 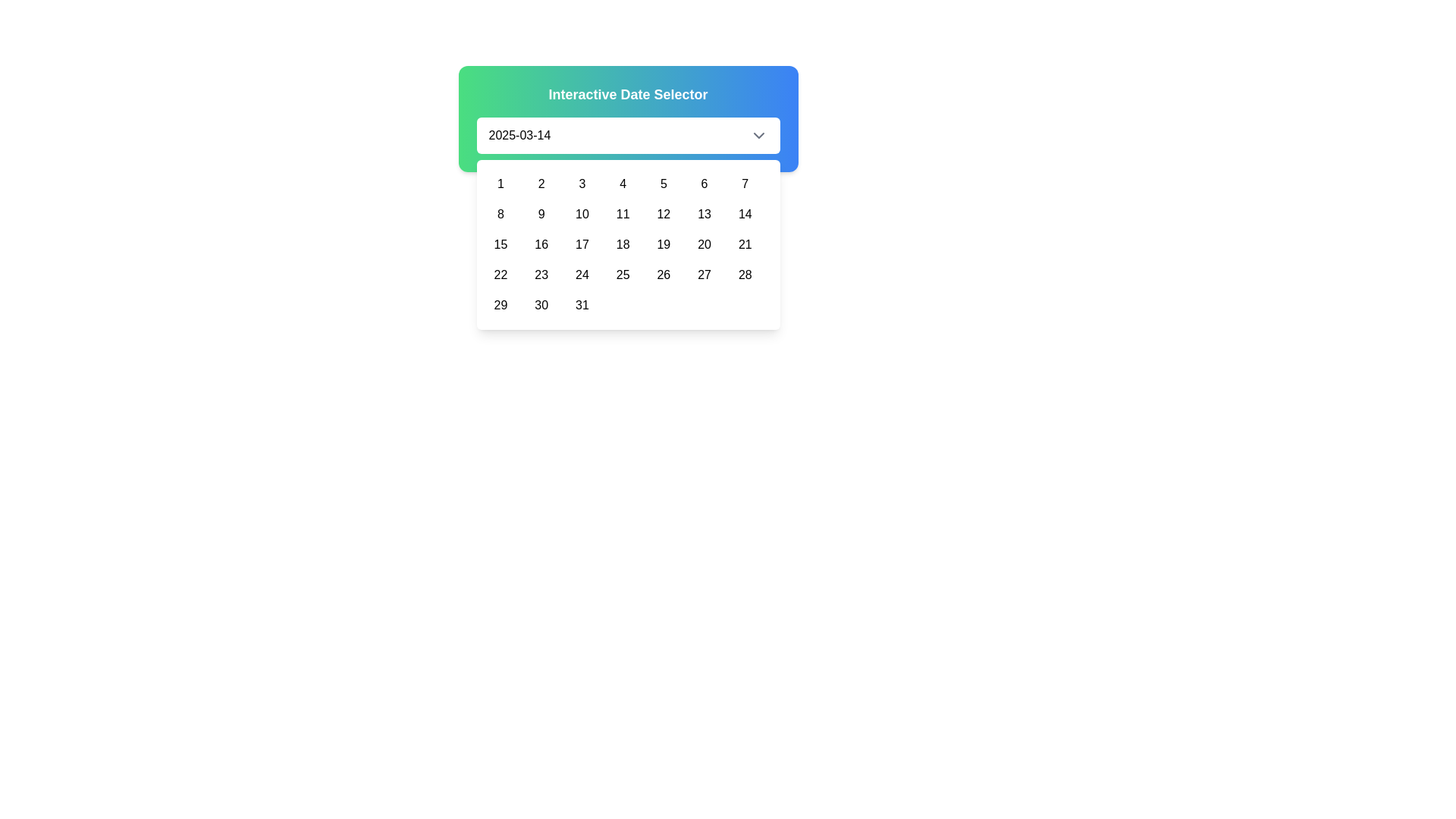 I want to click on the button representing the 25th day of the month in the interactive calendar component, so click(x=623, y=275).